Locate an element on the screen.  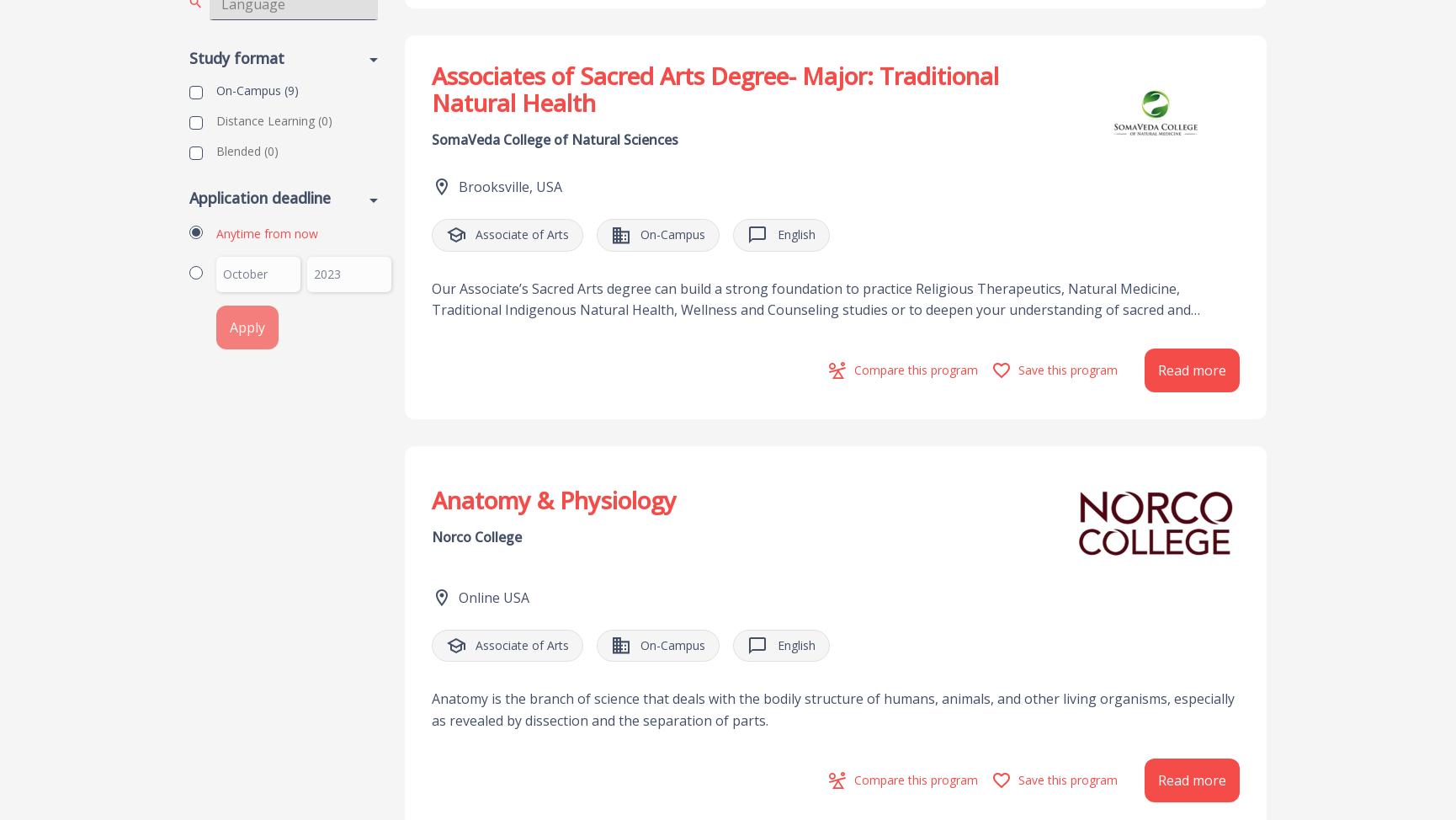
'Brooksville, USA' is located at coordinates (510, 186).